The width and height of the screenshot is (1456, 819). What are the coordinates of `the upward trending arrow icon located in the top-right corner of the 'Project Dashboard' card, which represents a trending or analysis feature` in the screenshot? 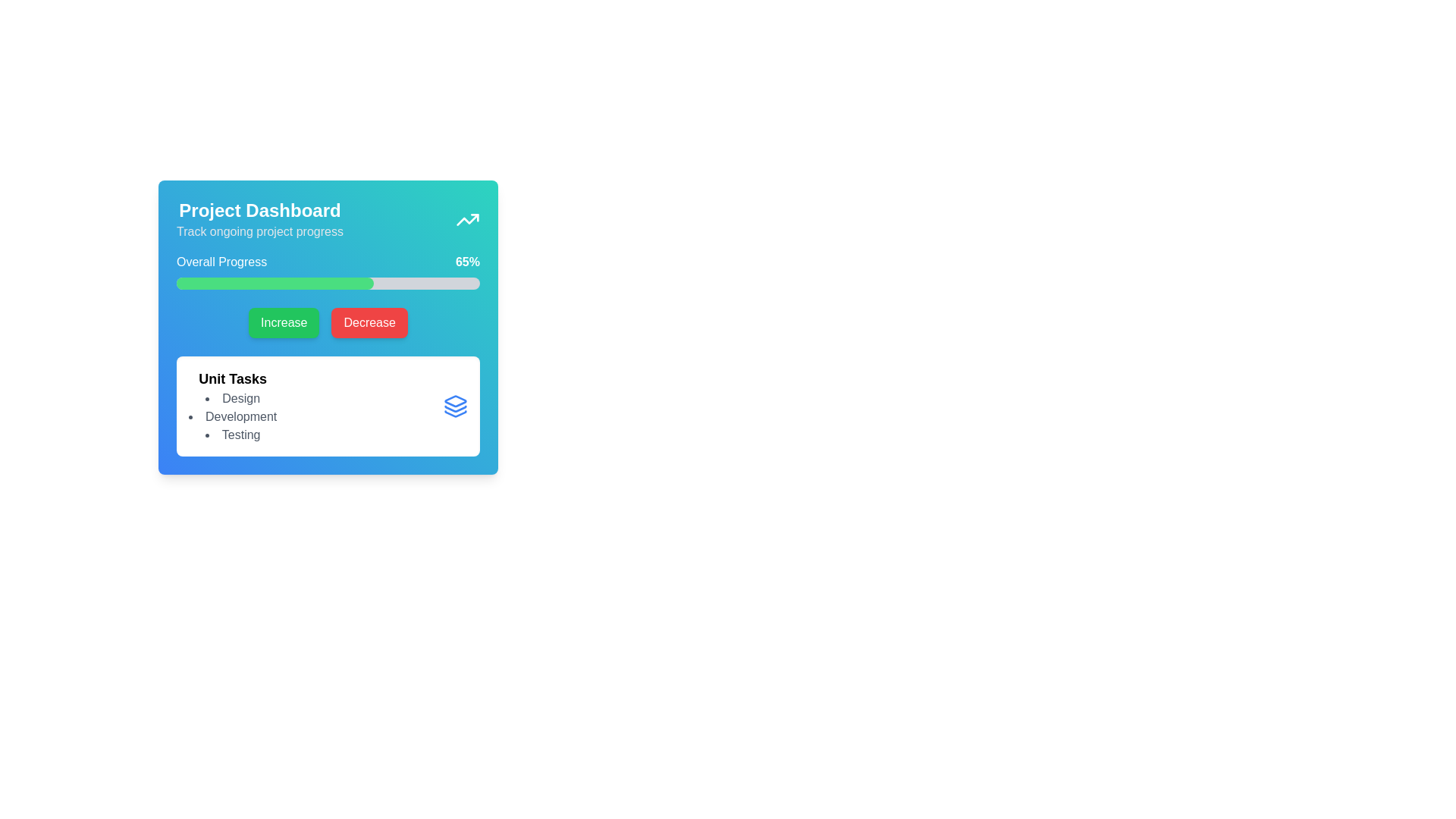 It's located at (467, 219).